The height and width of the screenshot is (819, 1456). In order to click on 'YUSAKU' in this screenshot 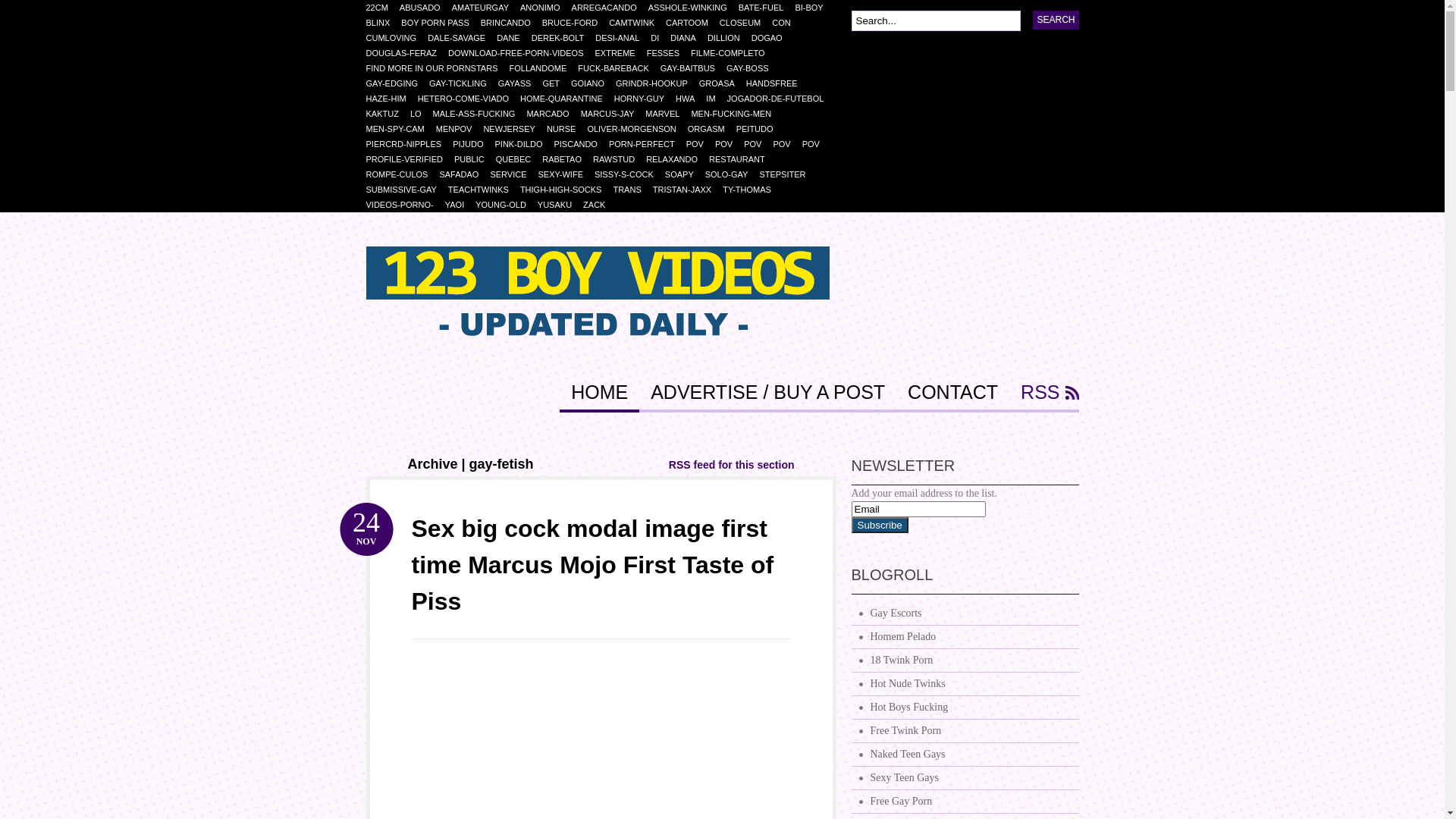, I will do `click(560, 205)`.